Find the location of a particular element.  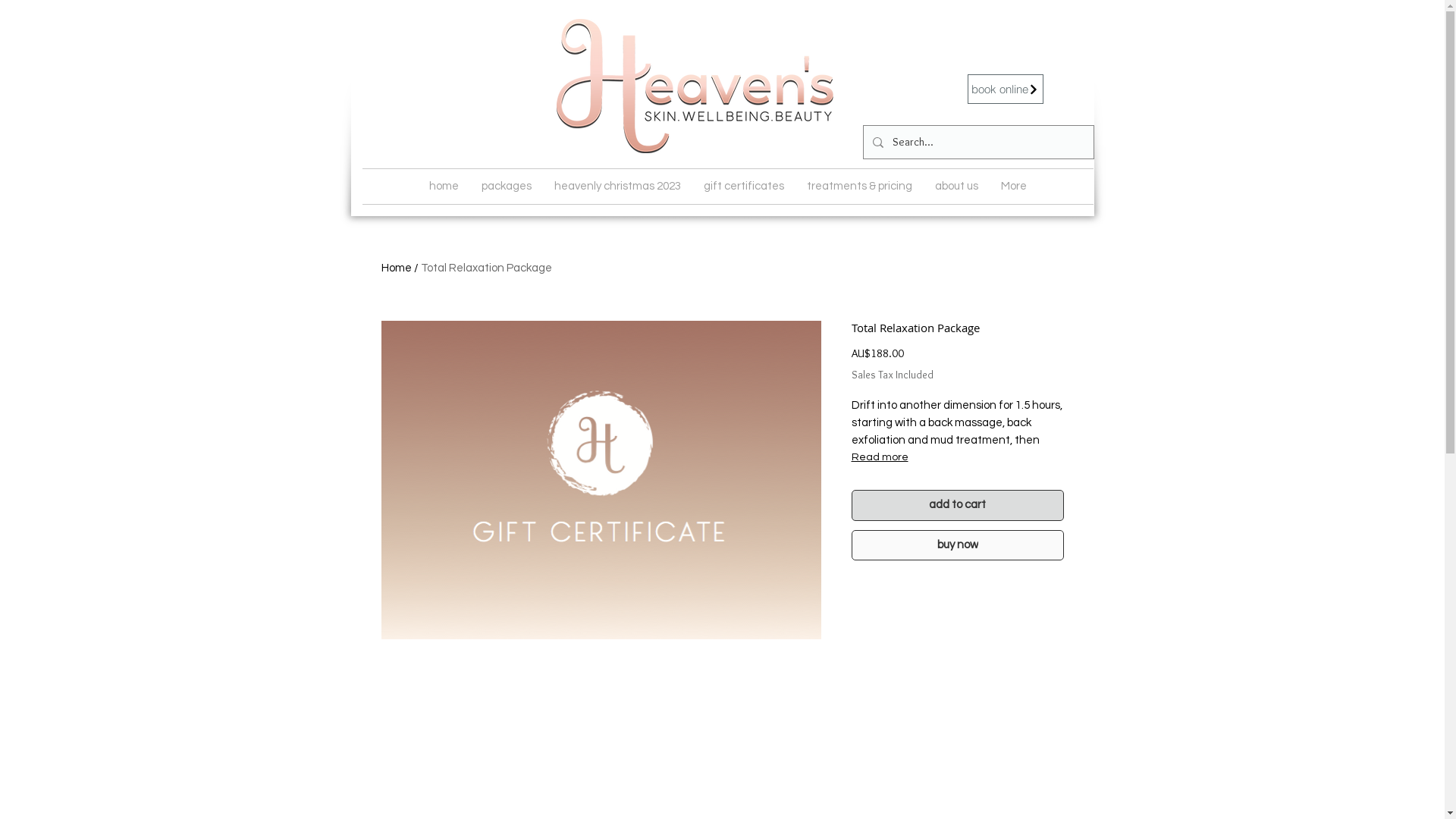

'add to cart' is located at coordinates (851, 505).